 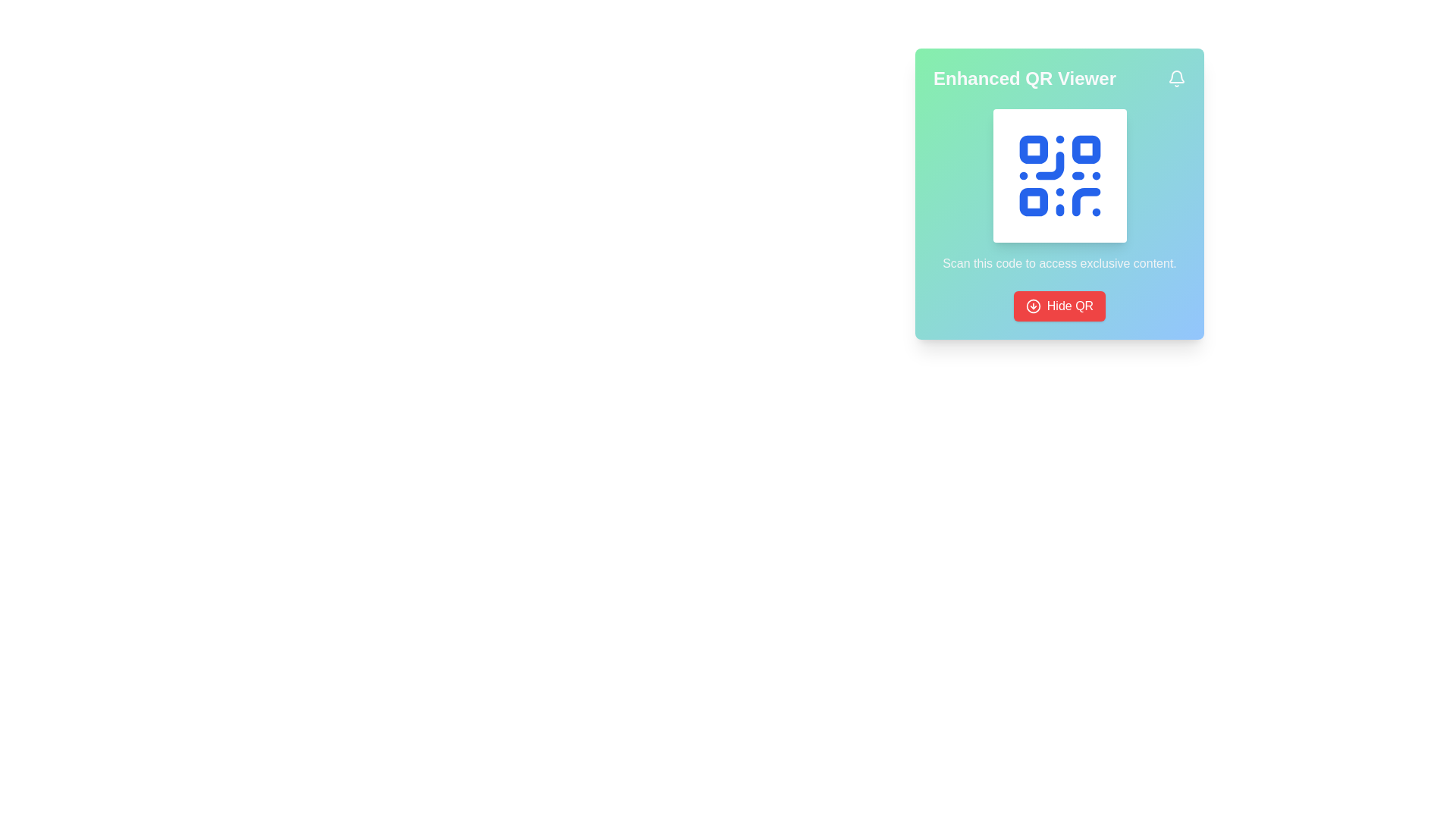 I want to click on the QR code square located at the top-left corner of the QR code grid, so click(x=1032, y=149).